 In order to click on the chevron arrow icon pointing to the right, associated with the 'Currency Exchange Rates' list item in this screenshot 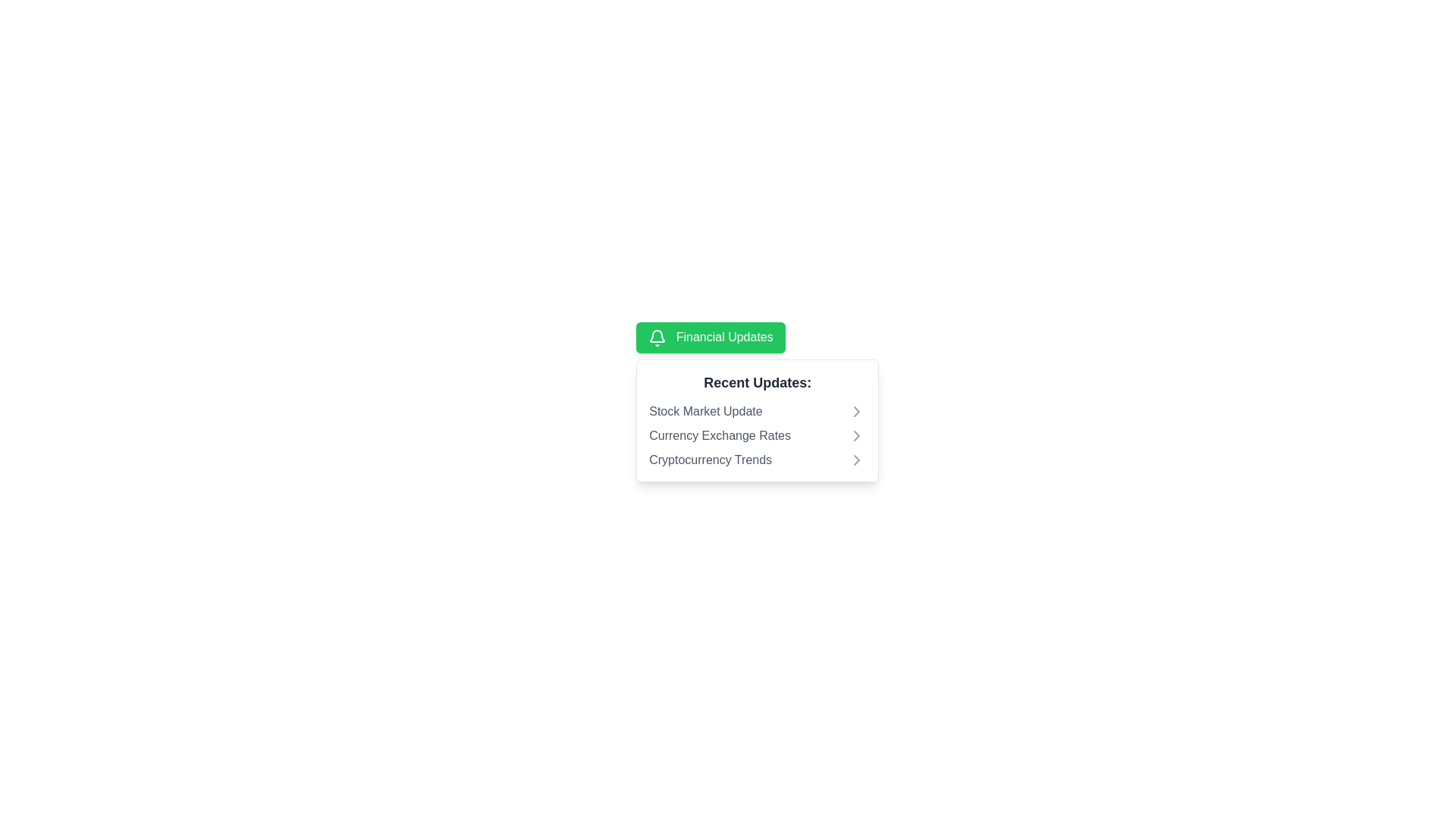, I will do `click(857, 435)`.